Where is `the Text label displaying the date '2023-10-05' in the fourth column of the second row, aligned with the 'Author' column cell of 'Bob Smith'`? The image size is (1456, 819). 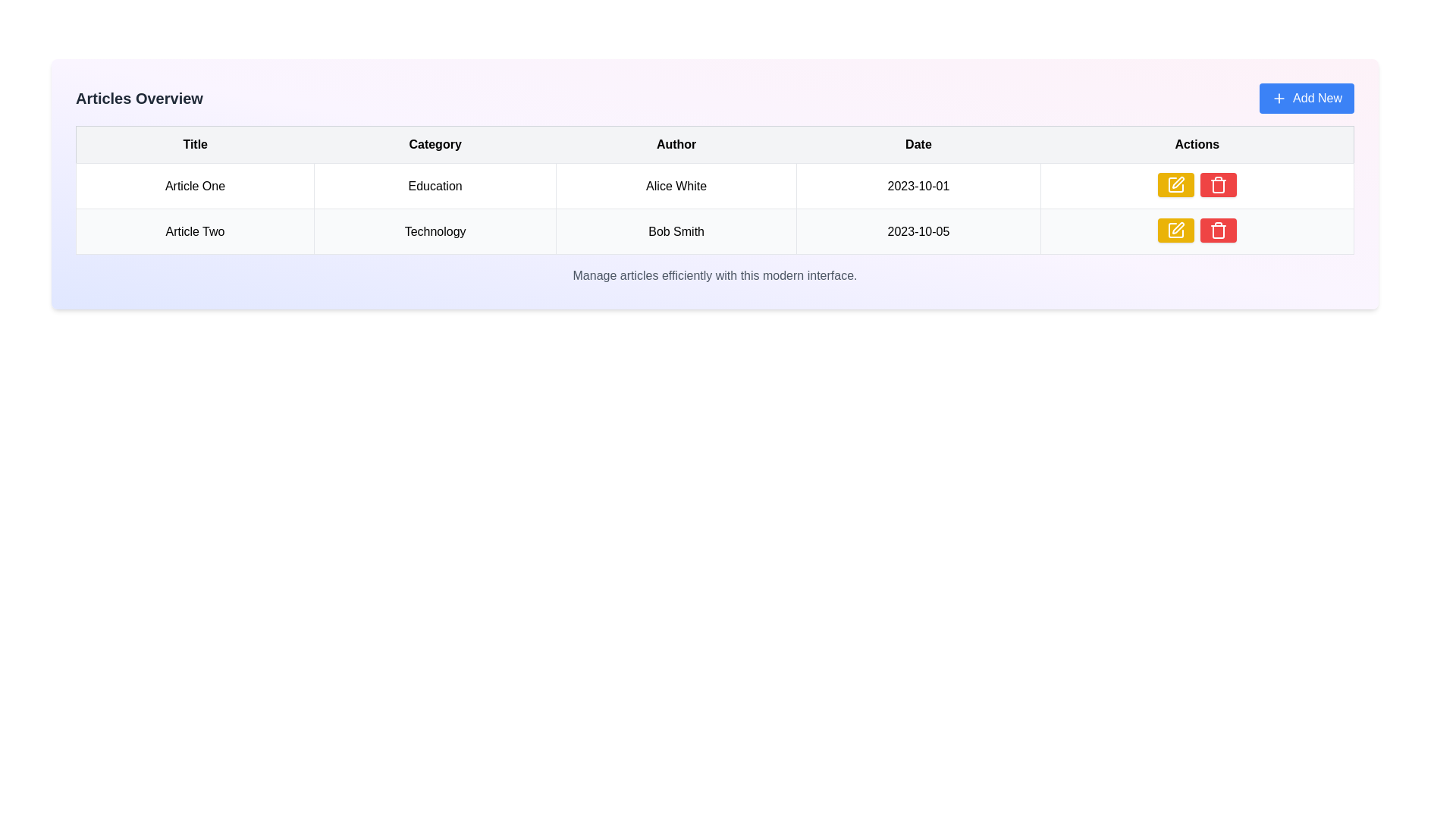
the Text label displaying the date '2023-10-05' in the fourth column of the second row, aligned with the 'Author' column cell of 'Bob Smith' is located at coordinates (918, 231).